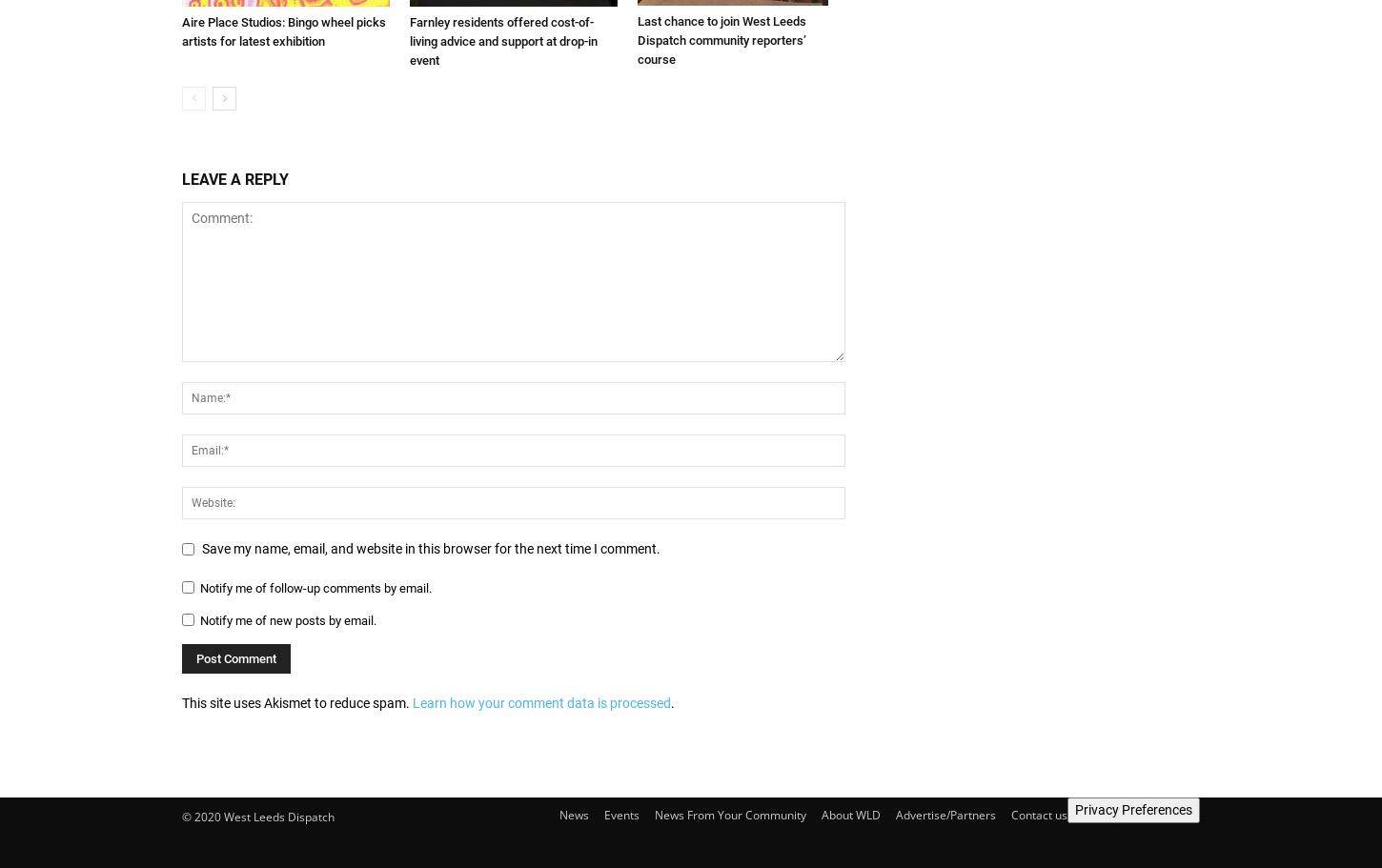 This screenshot has height=868, width=1382. I want to click on 'Learn how your comment data is processed', so click(541, 702).